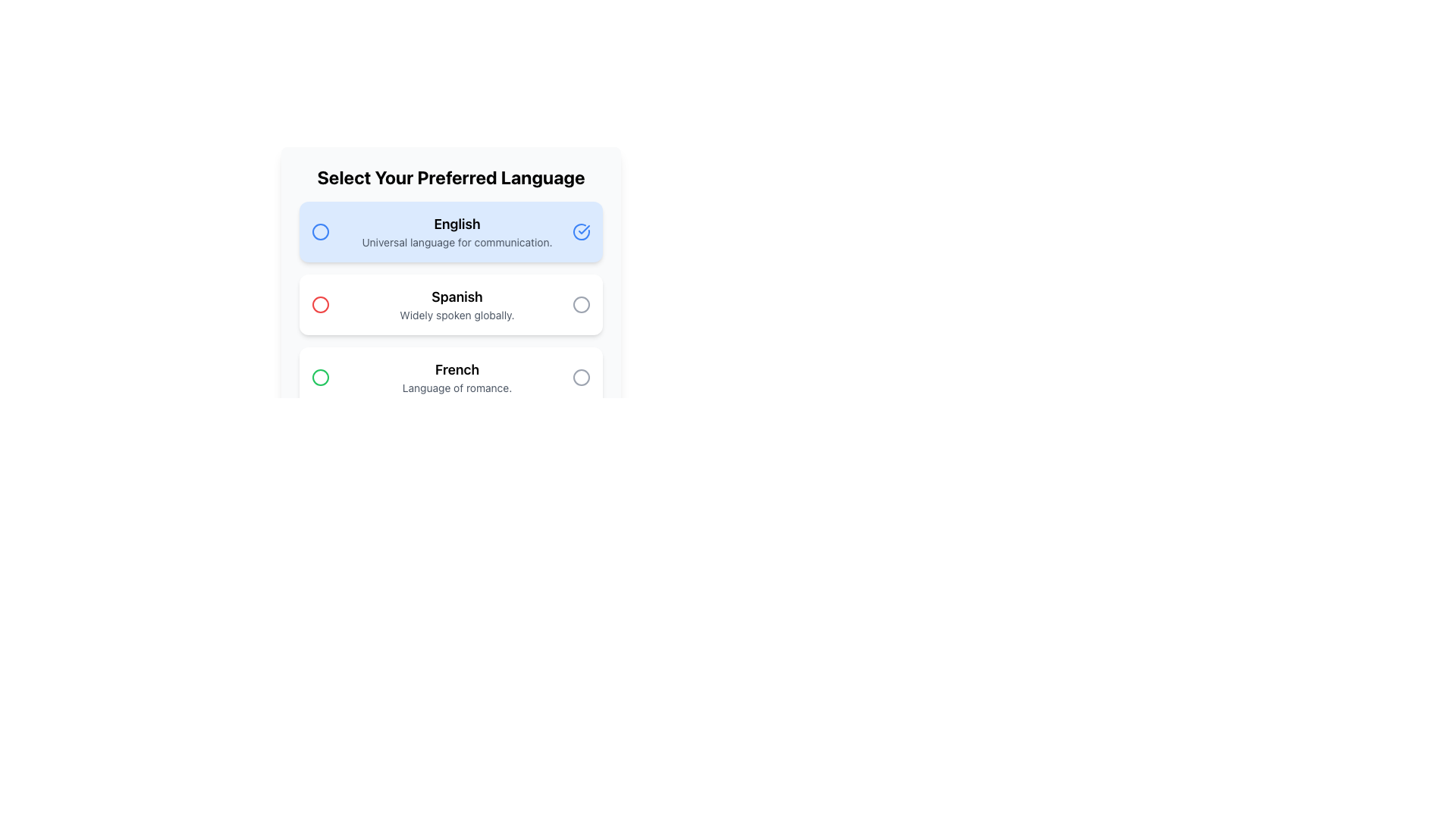 The height and width of the screenshot is (819, 1456). Describe the element at coordinates (457, 297) in the screenshot. I see `the 'Spanish' language option text label, which is the second selectable language in the list, positioned between 'English' and 'French'` at that location.